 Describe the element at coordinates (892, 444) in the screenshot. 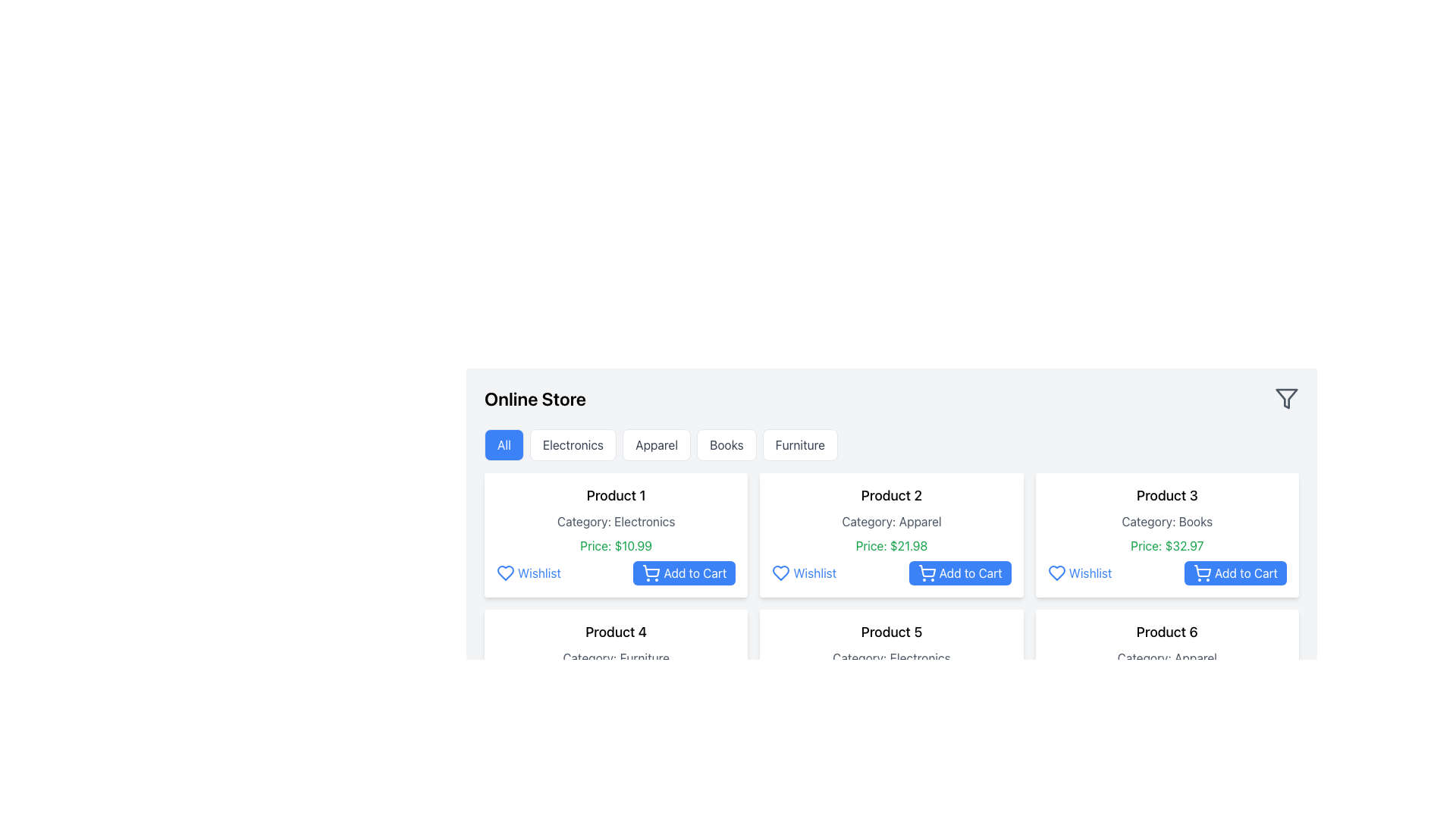

I see `the 'All' button in the Navigation menu located below the title 'Online Store' by moving the cursor to its center point` at that location.